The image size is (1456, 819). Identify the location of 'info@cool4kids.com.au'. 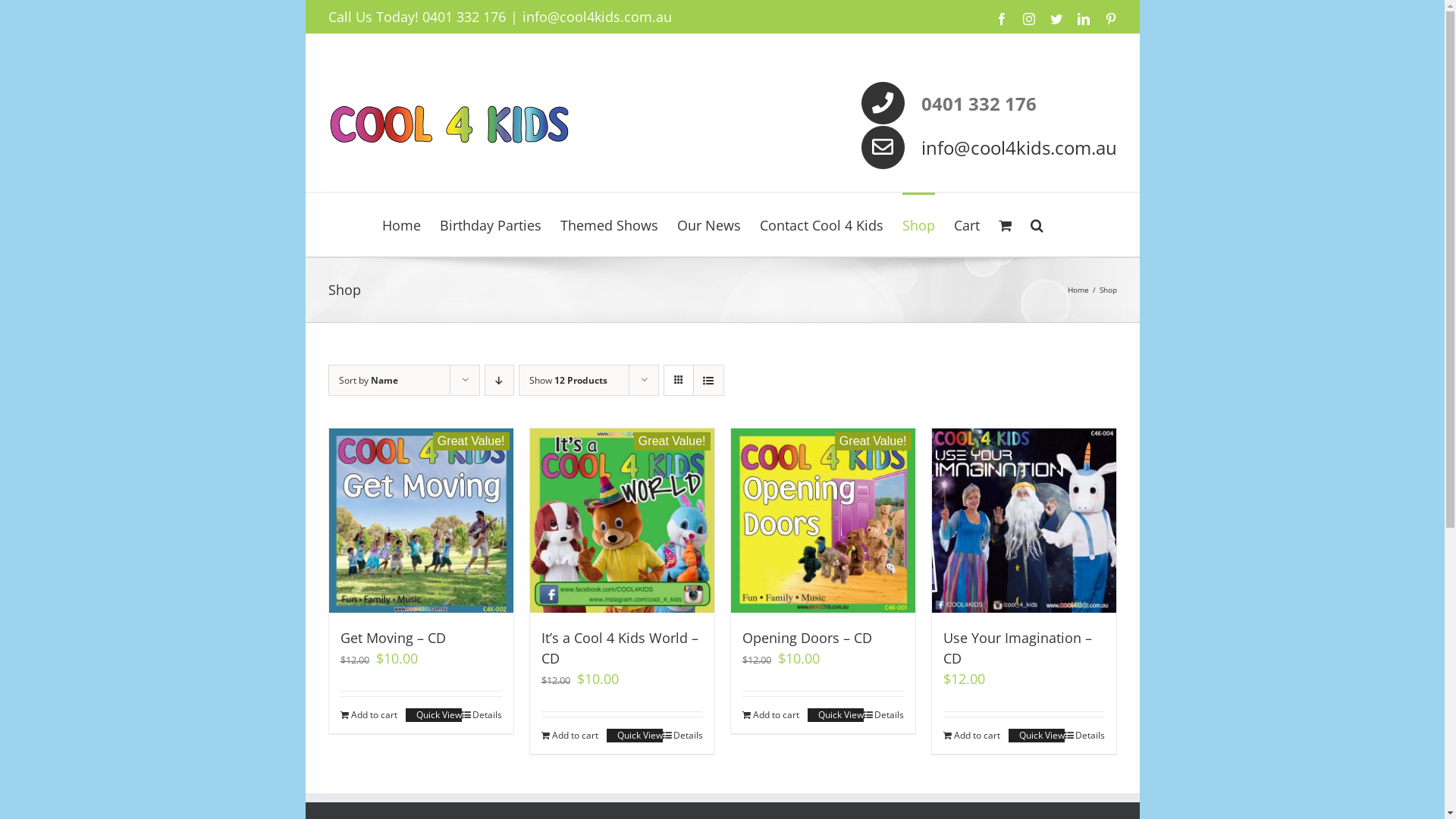
(1018, 147).